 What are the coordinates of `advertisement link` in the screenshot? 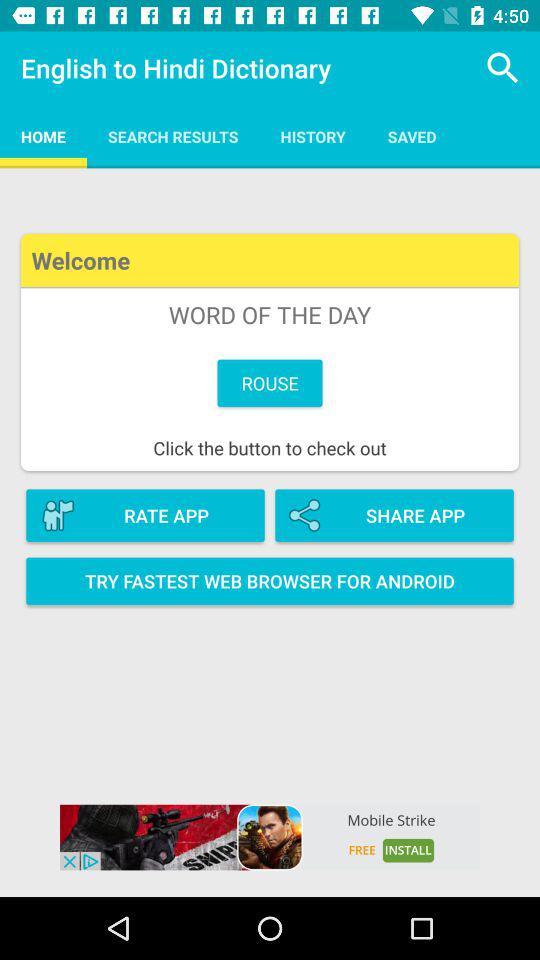 It's located at (270, 837).